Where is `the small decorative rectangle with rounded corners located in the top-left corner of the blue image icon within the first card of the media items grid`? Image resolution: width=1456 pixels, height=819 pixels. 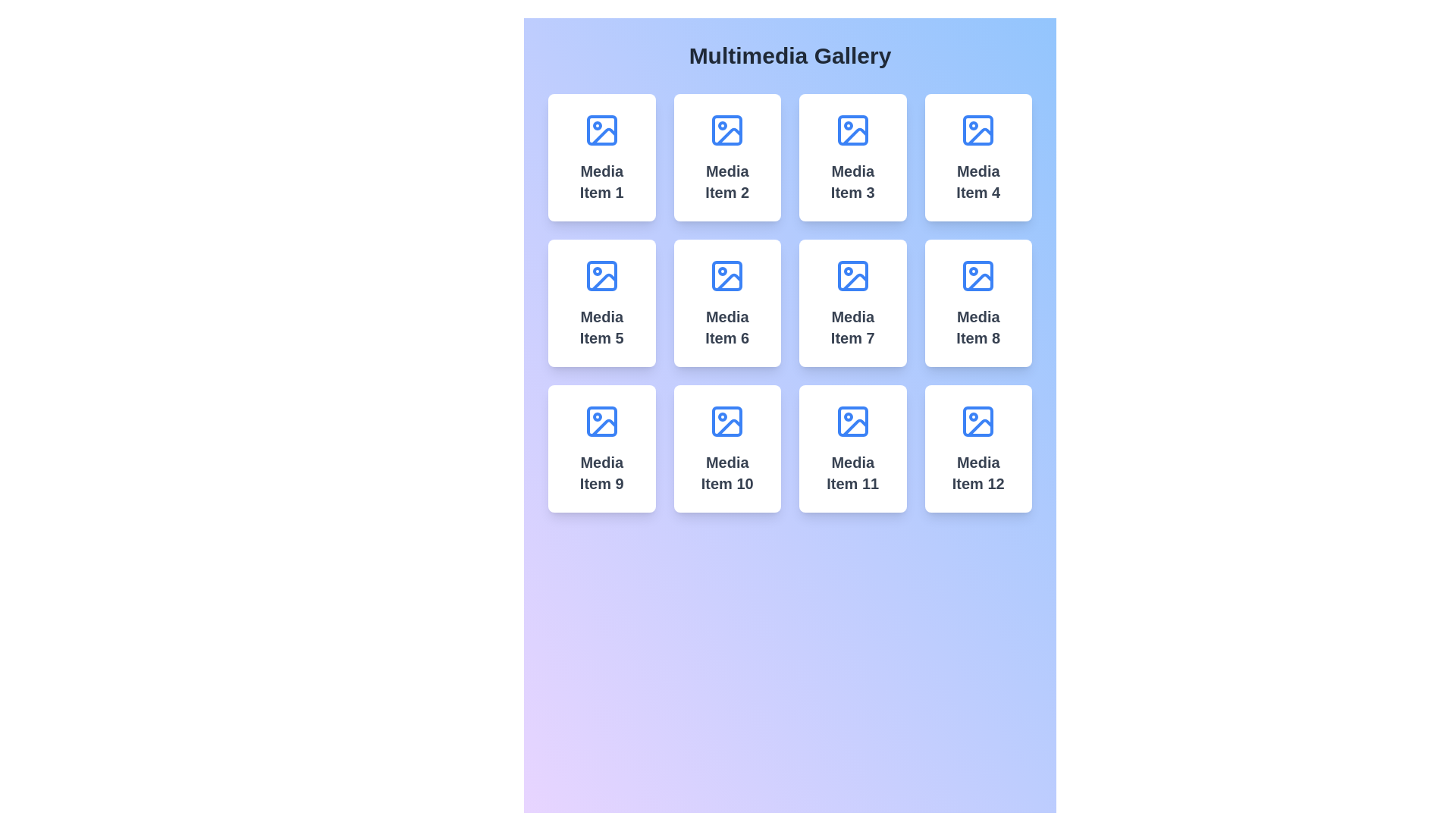
the small decorative rectangle with rounded corners located in the top-left corner of the blue image icon within the first card of the media items grid is located at coordinates (601, 130).